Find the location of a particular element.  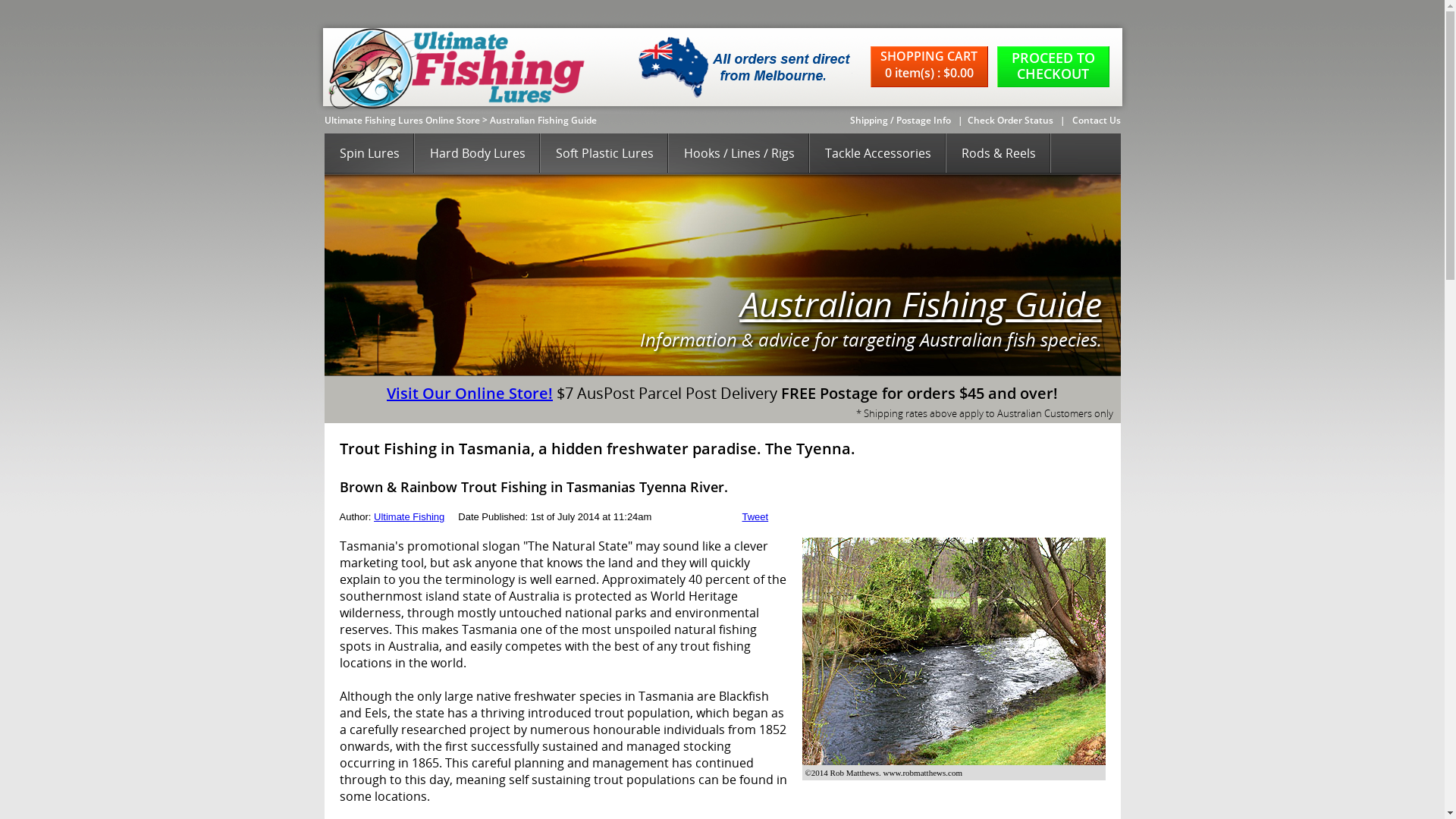

'Contact Us' is located at coordinates (1096, 119).